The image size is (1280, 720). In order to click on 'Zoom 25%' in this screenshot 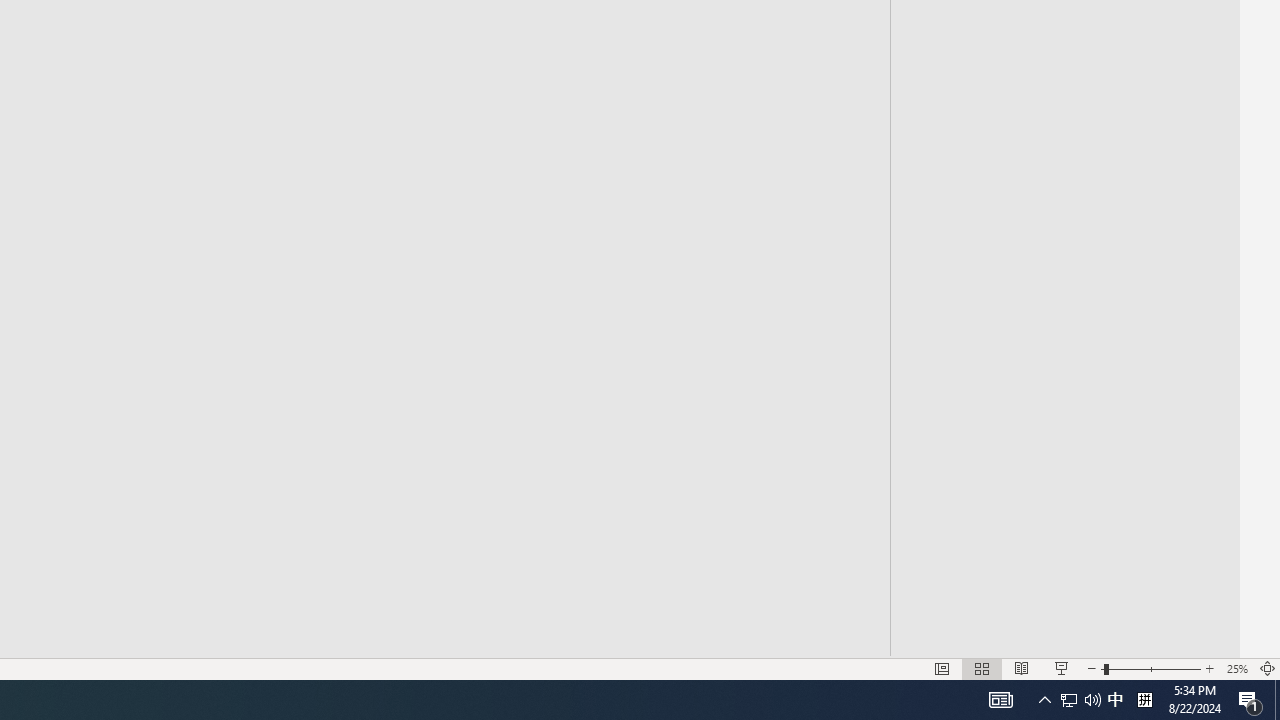, I will do `click(1236, 669)`.